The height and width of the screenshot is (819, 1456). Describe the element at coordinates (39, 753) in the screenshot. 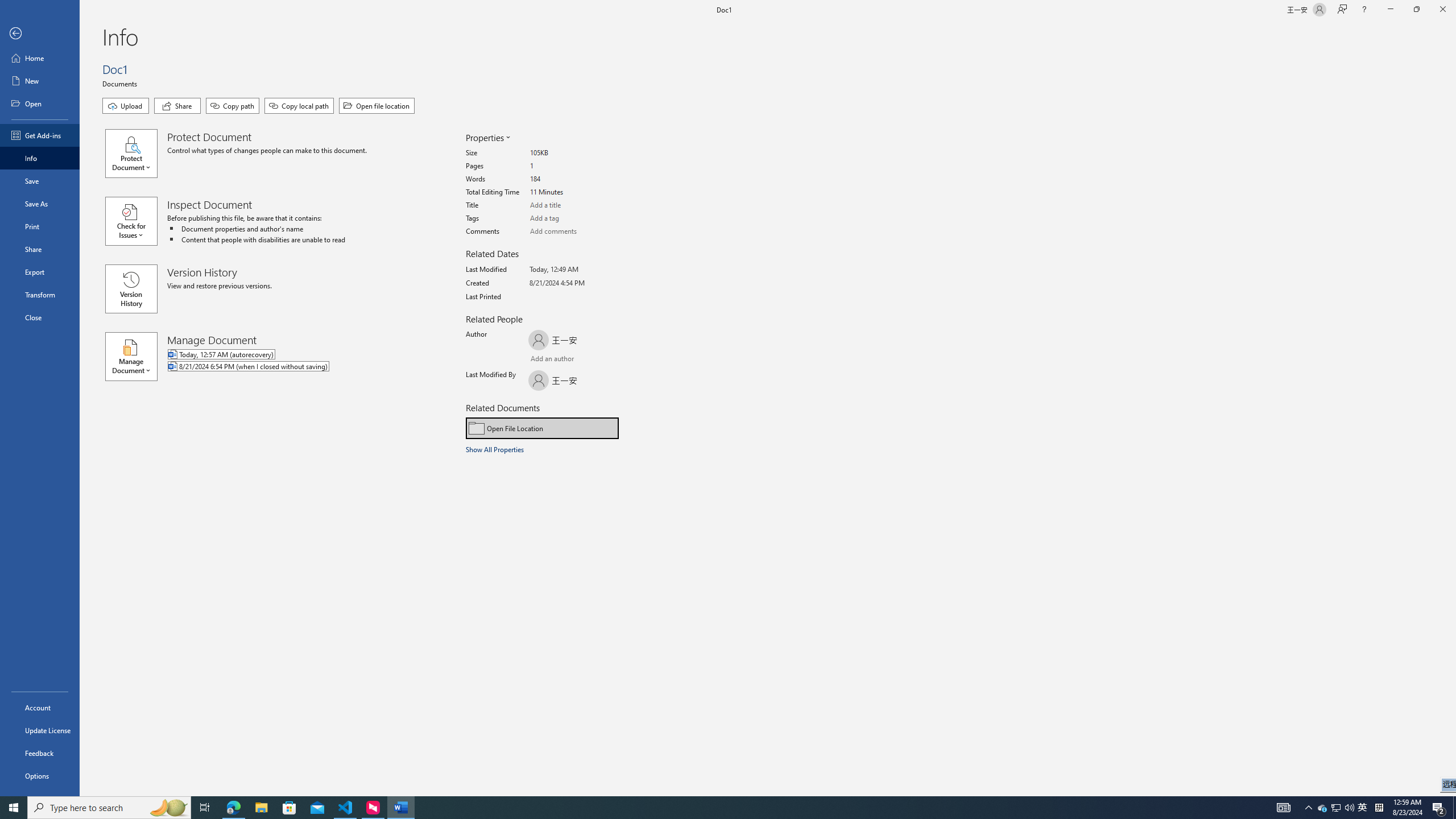

I see `'Feedback'` at that location.